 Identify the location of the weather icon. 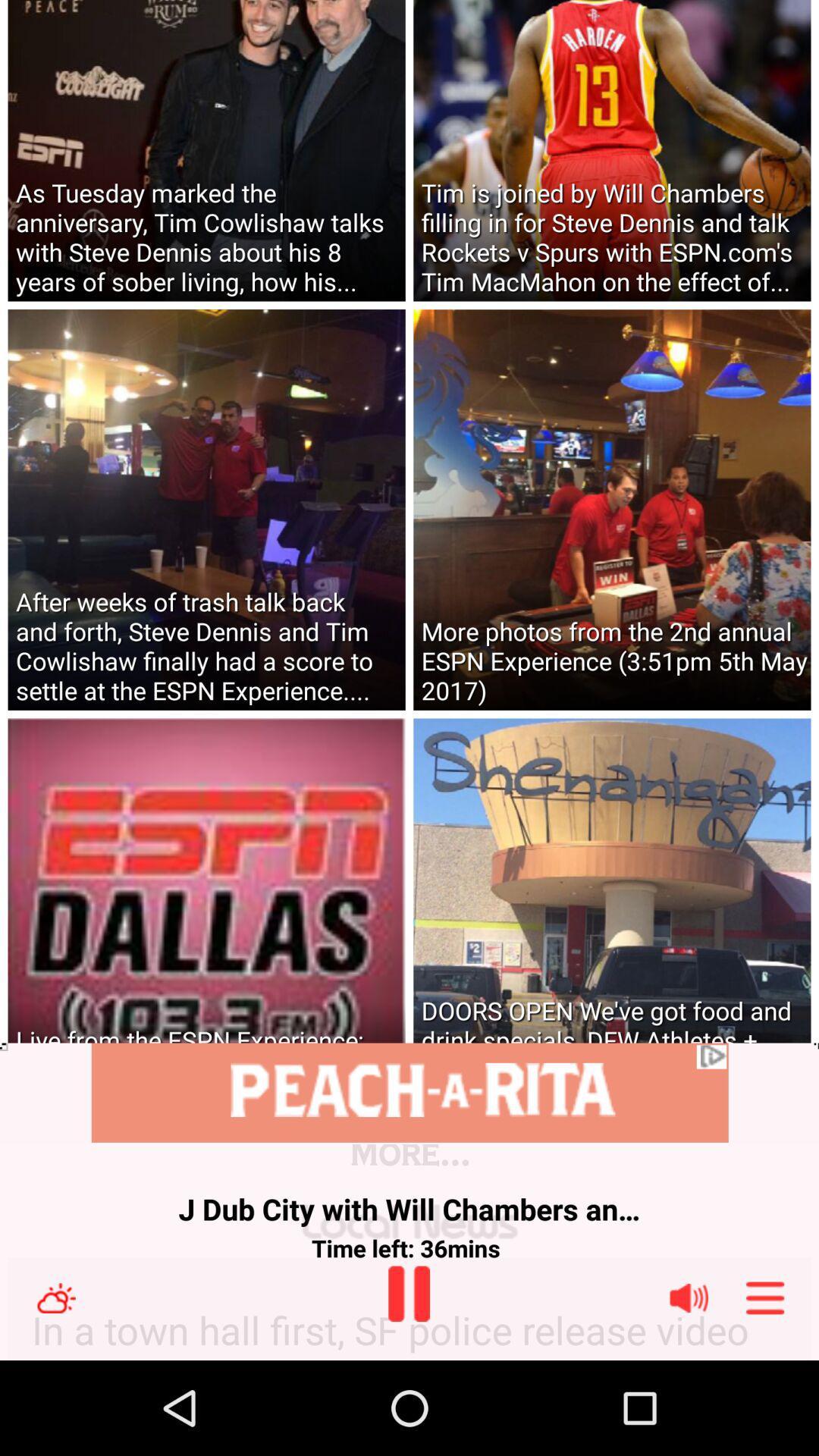
(55, 1389).